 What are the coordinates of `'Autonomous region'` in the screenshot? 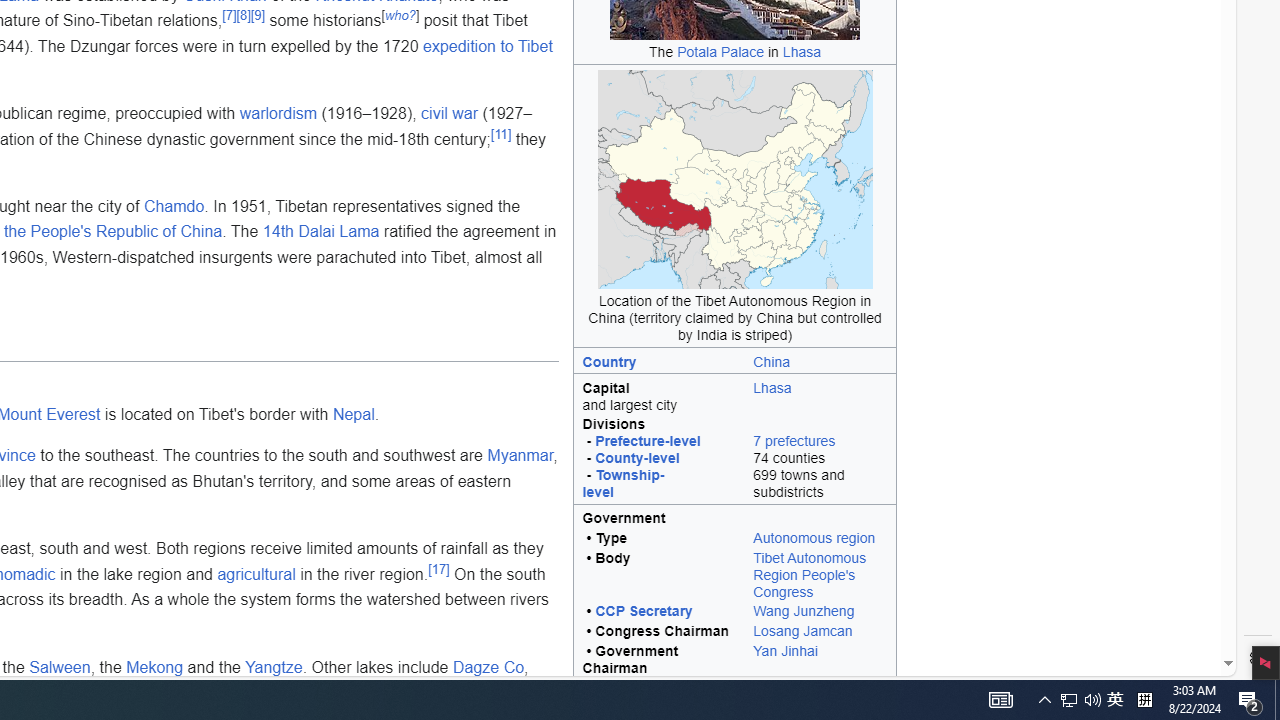 It's located at (814, 537).